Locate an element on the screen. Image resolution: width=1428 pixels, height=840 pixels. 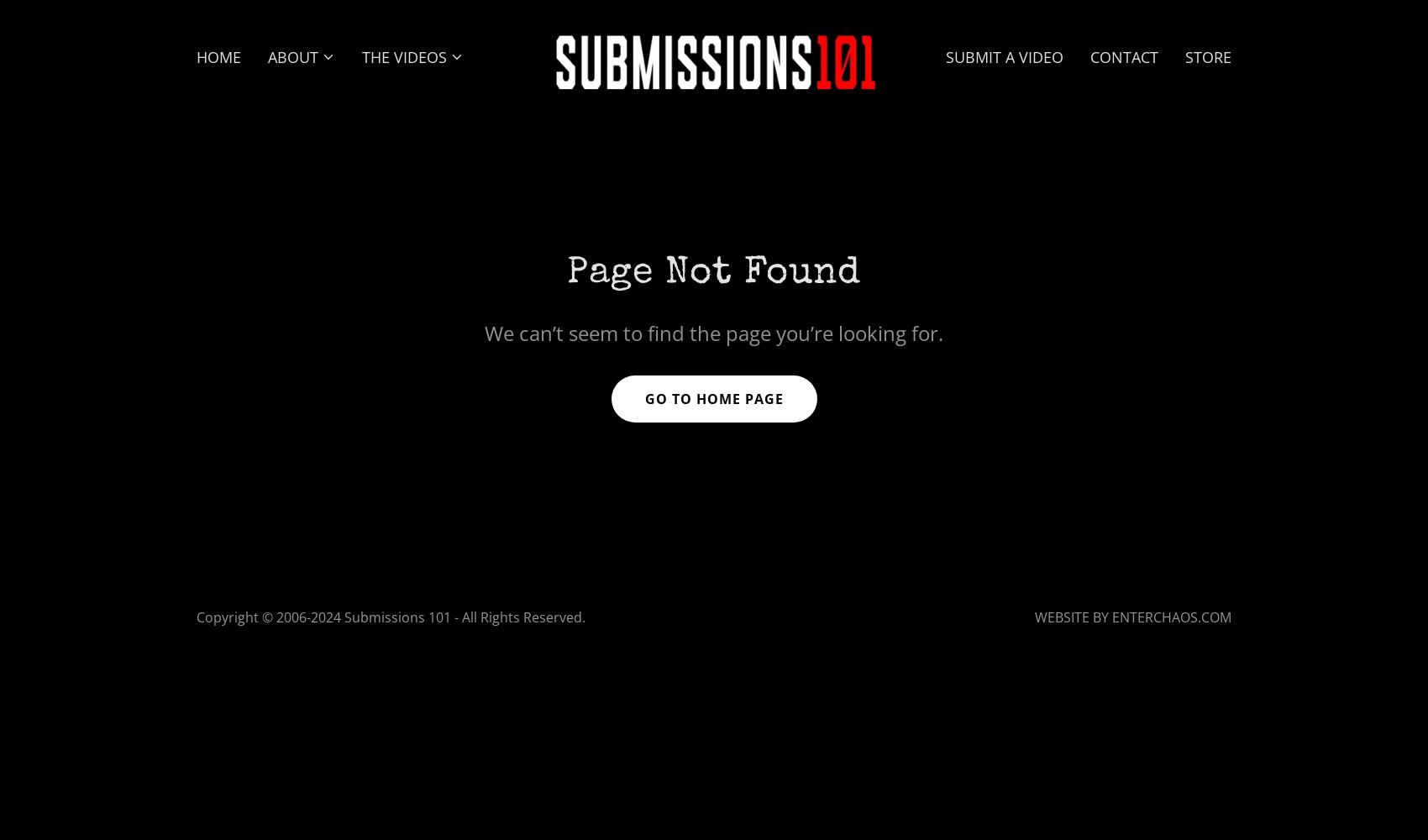
'SUBMIT A VIDEO' is located at coordinates (1002, 55).